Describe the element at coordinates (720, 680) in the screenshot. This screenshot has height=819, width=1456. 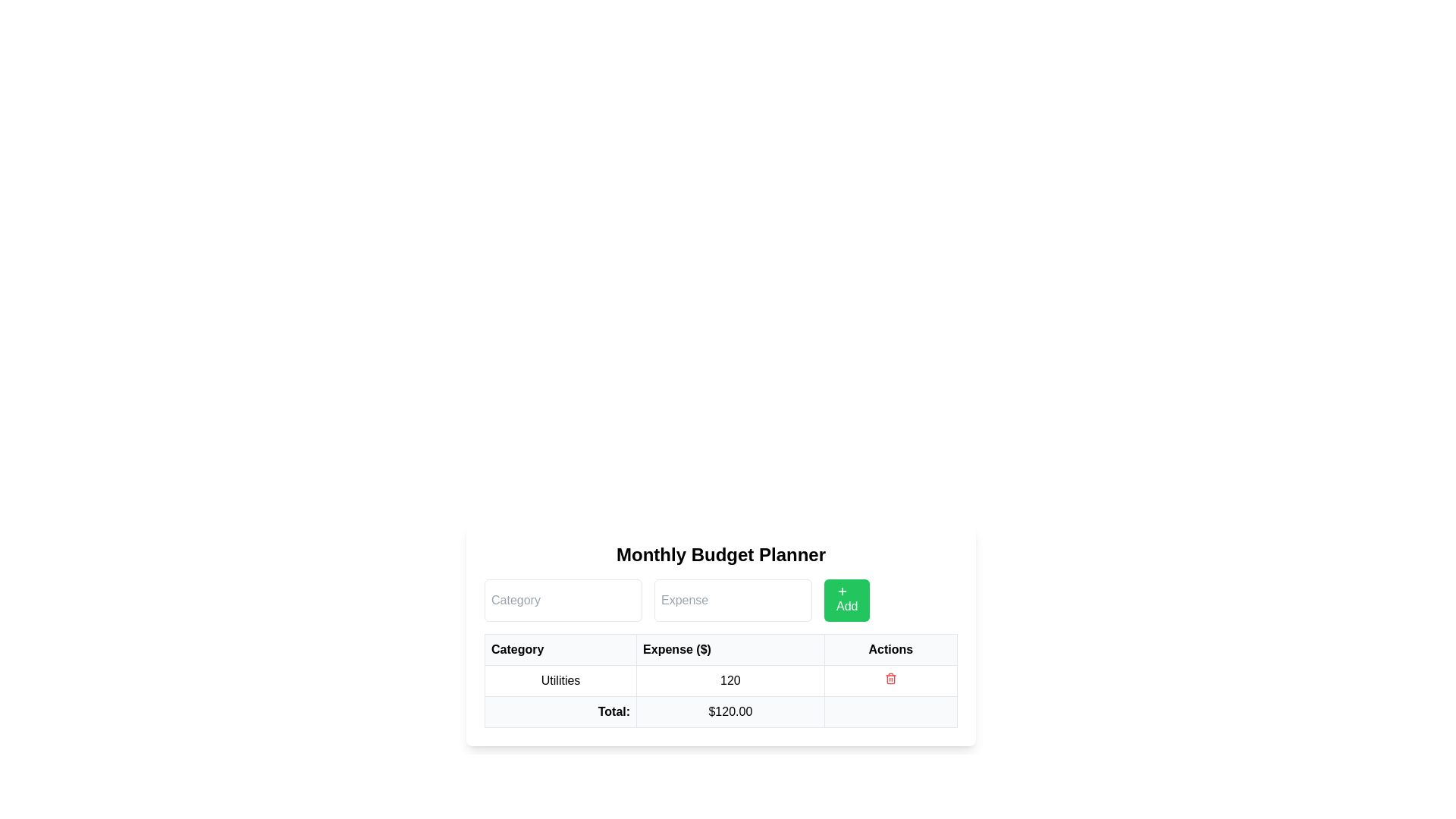
I see `the table displaying 'Utilities', '120', and the delete icon` at that location.